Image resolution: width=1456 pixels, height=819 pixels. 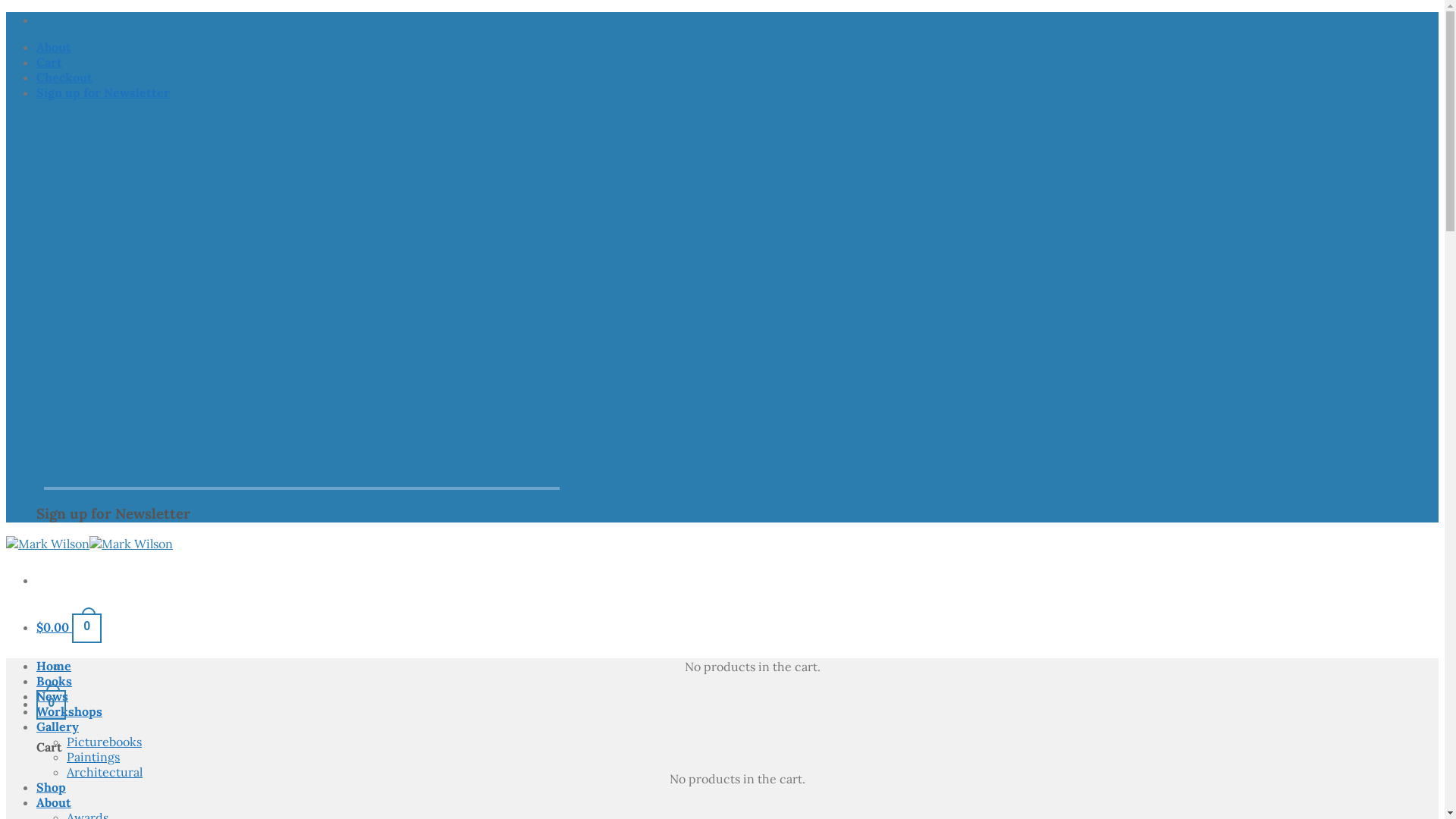 What do you see at coordinates (93, 757) in the screenshot?
I see `'Paintings'` at bounding box center [93, 757].